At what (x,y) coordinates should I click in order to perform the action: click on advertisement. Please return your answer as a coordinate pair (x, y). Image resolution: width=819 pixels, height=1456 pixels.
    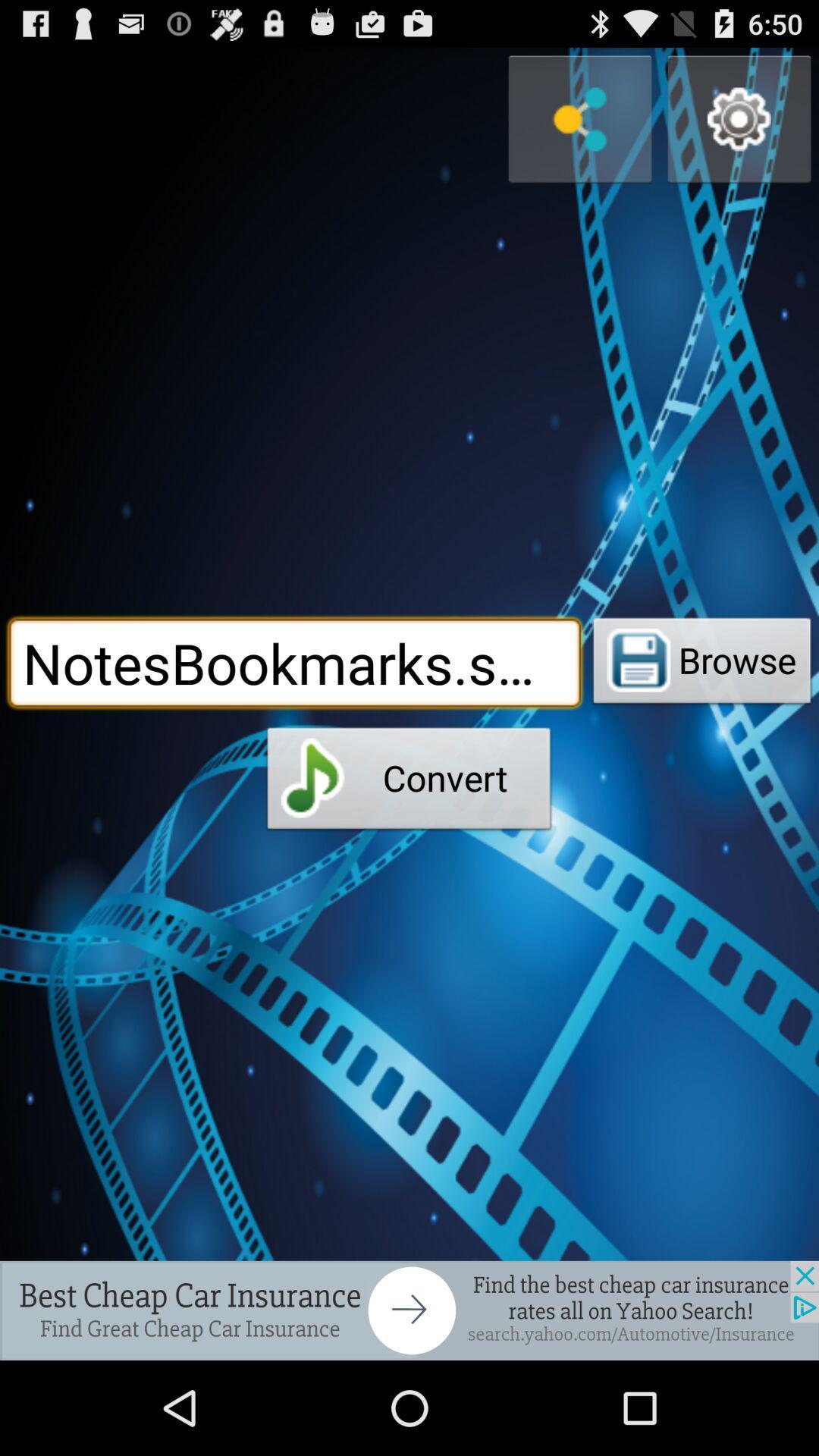
    Looking at the image, I should click on (409, 1310).